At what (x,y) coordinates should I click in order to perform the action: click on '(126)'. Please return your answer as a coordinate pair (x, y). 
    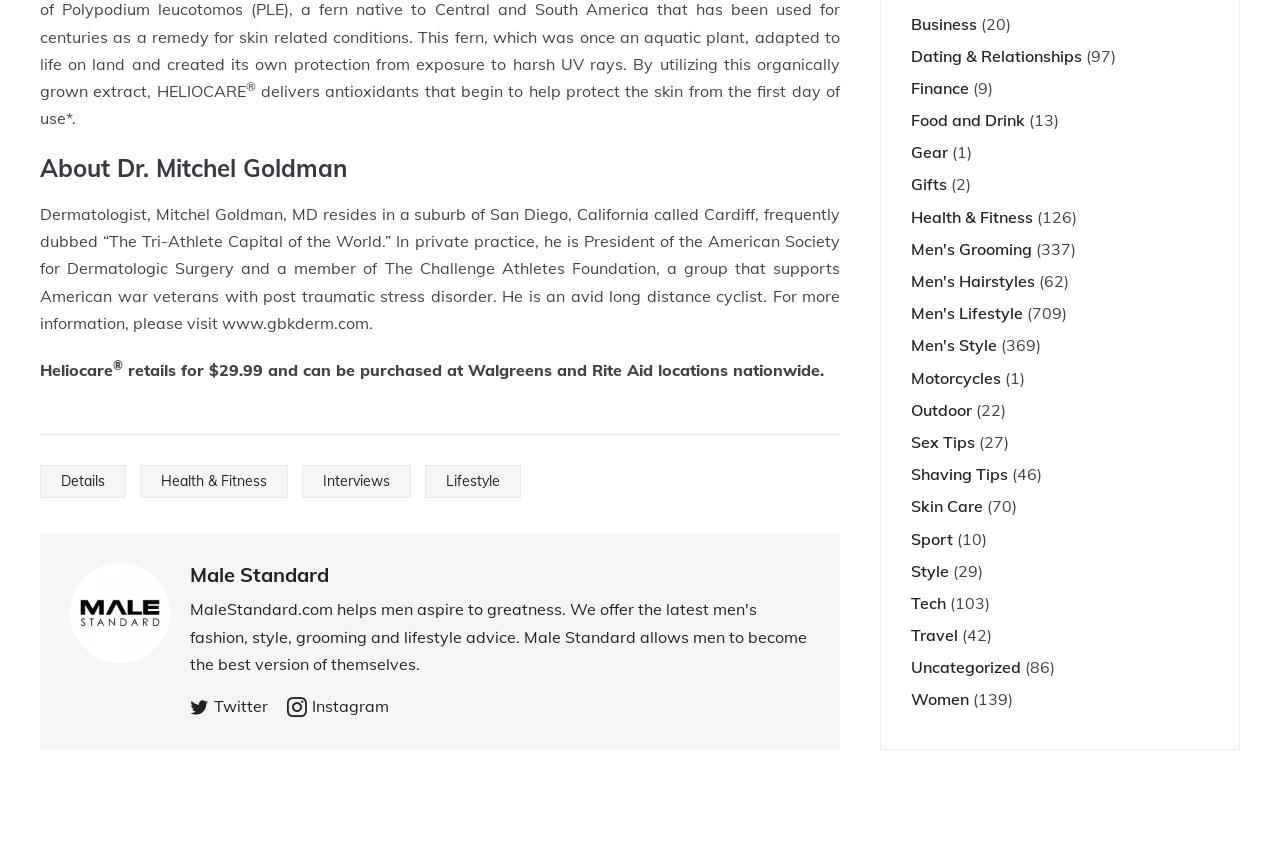
    Looking at the image, I should click on (1053, 216).